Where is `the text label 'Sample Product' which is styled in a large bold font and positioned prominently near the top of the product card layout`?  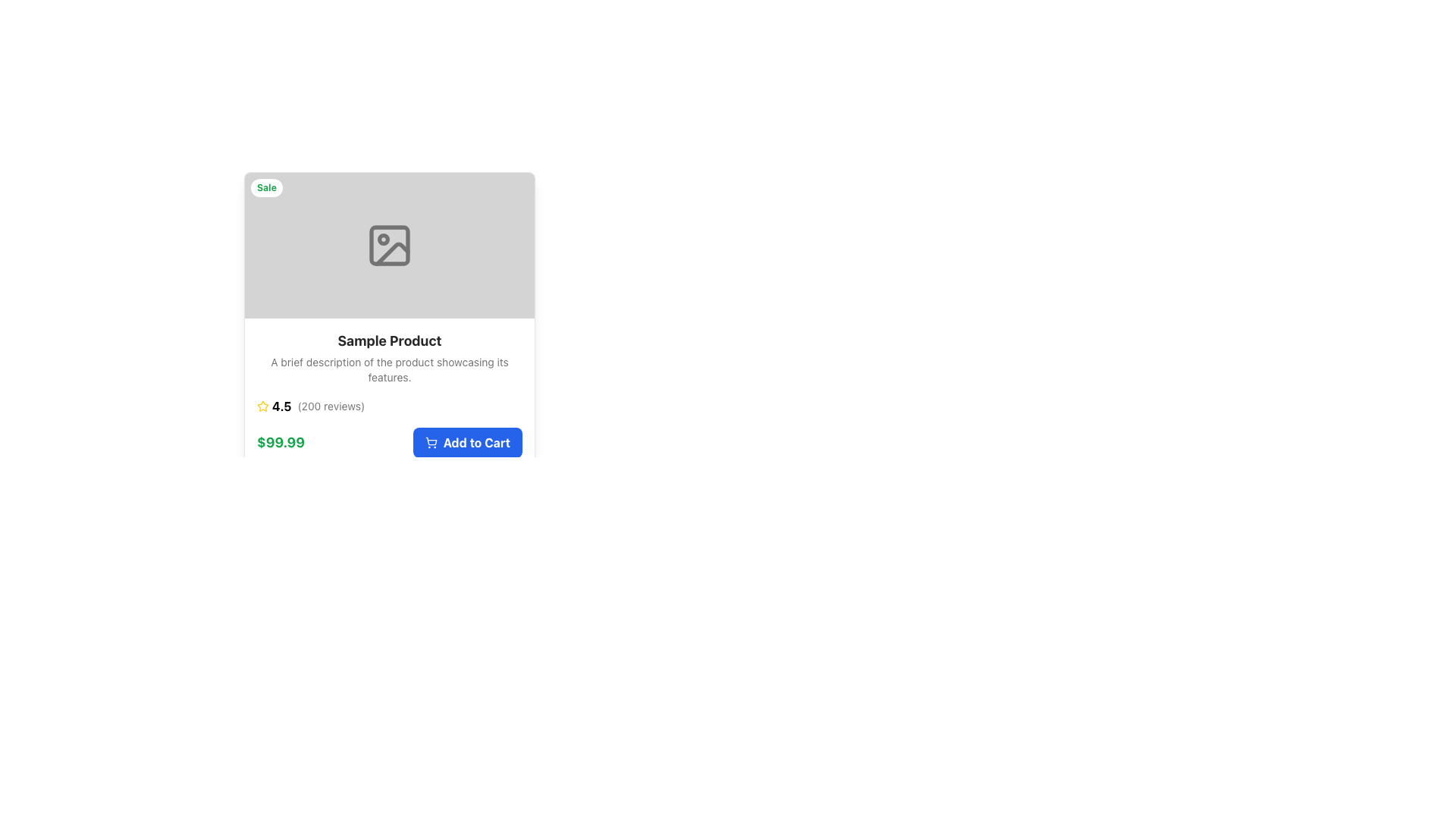
the text label 'Sample Product' which is styled in a large bold font and positioned prominently near the top of the product card layout is located at coordinates (389, 341).